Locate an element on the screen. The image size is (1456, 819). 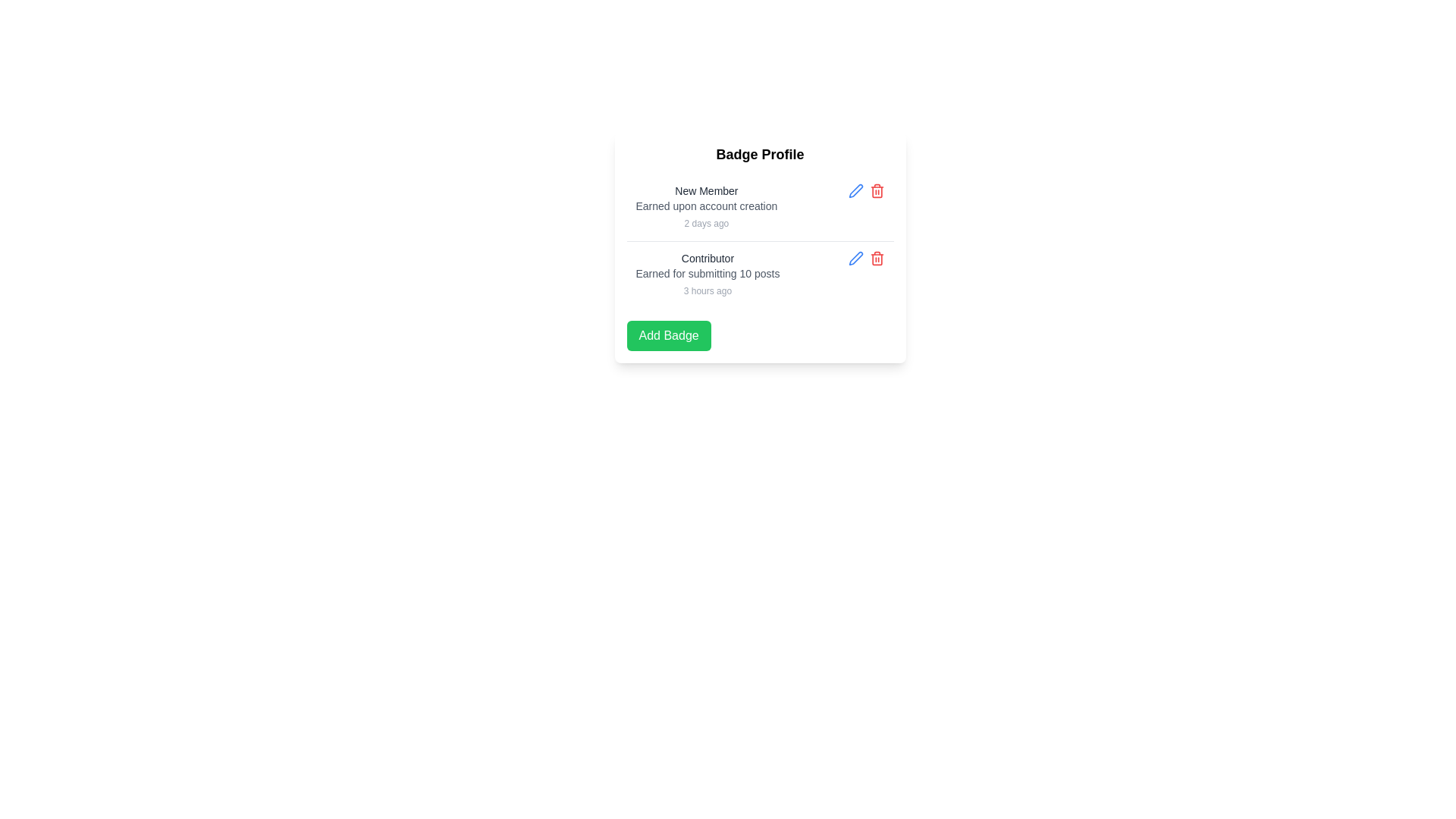
the text label that serves as an identifier for the second badge entry in the badge listing interface, positioned above the description 'Earned for submitting 10 posts' is located at coordinates (707, 257).